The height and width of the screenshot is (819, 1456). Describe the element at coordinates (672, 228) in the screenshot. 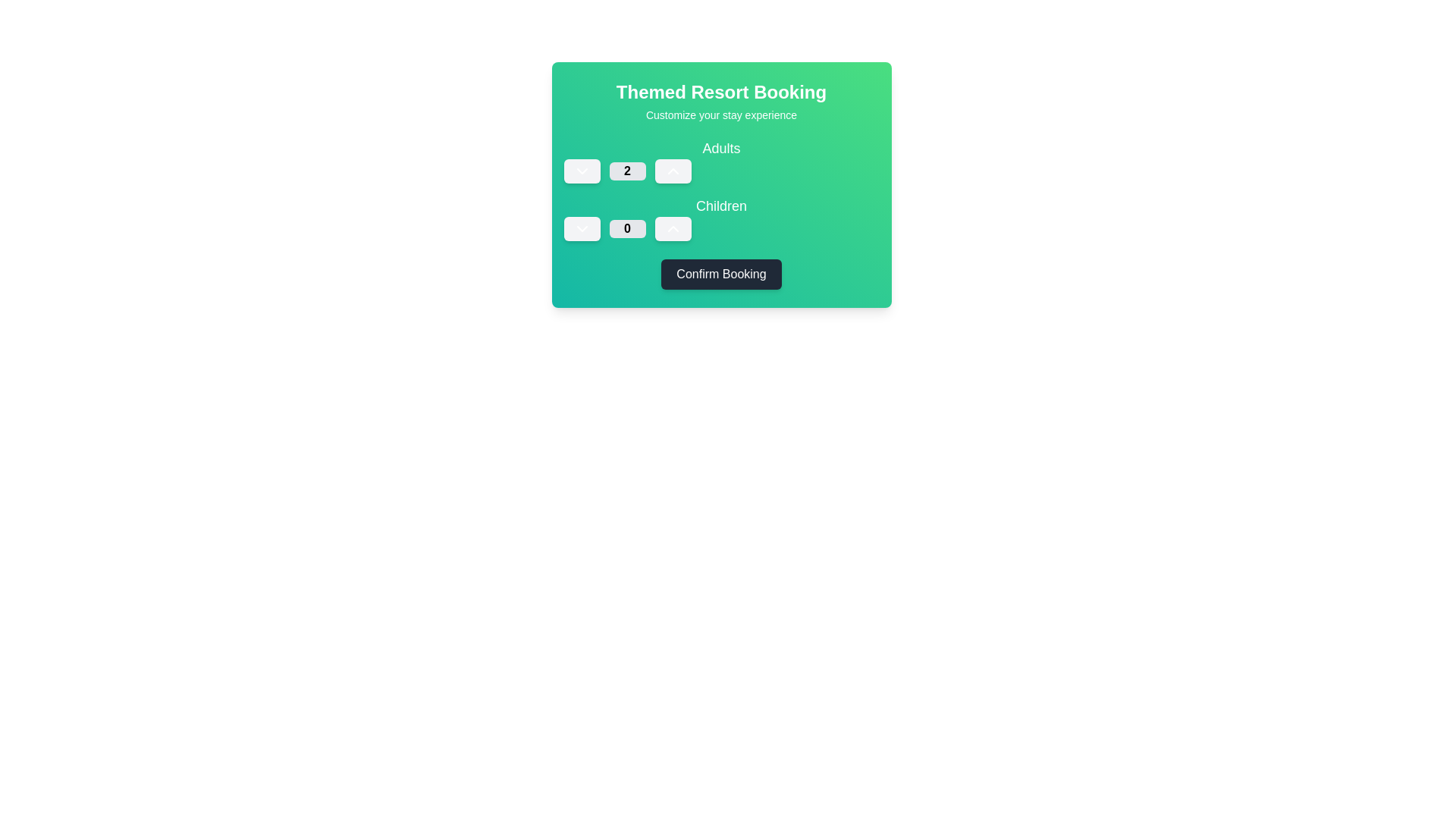

I see `the upward increment button for the 'Children' count to activate the focus effect` at that location.